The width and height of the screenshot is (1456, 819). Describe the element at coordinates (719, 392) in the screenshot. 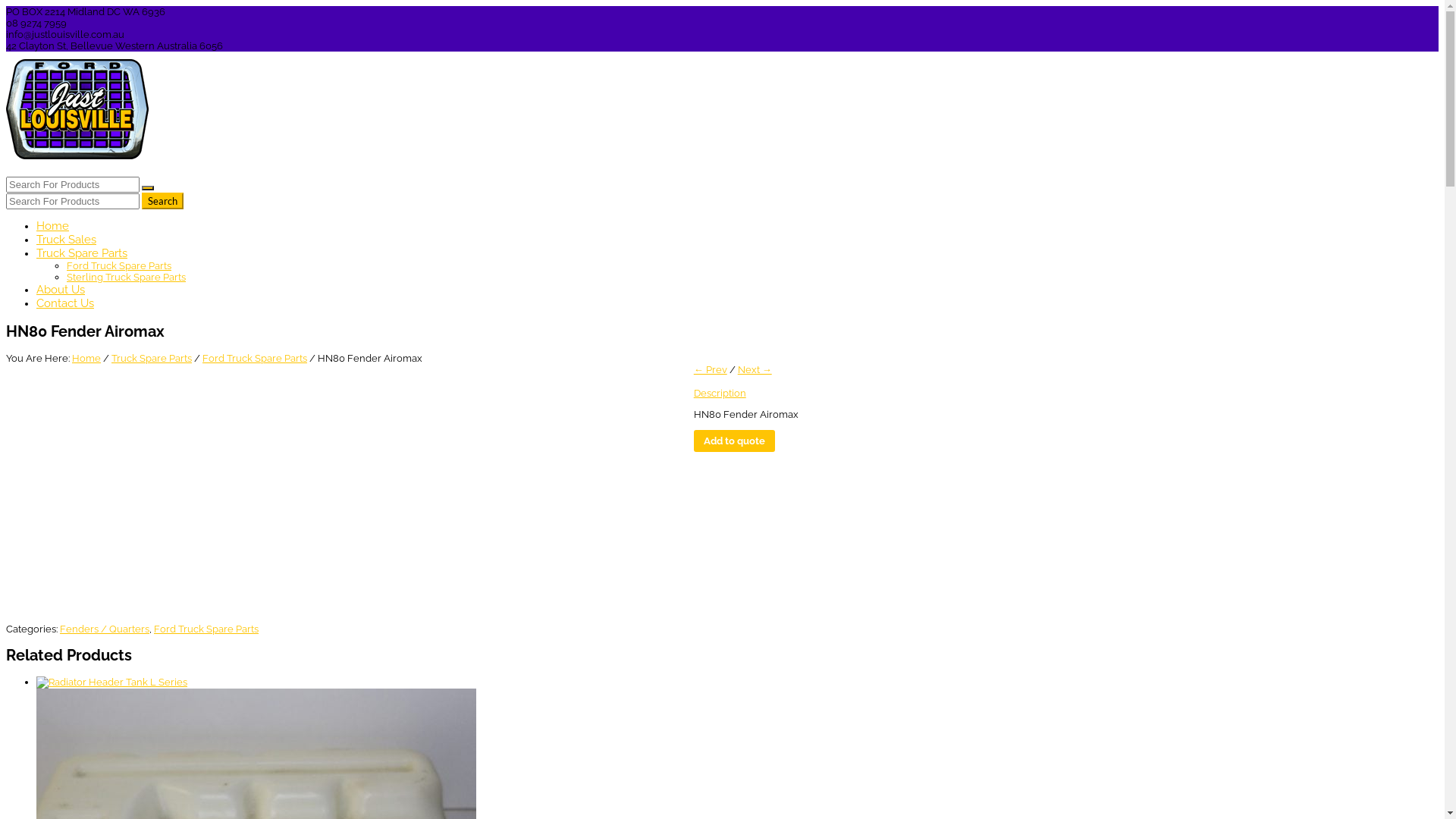

I see `'Description'` at that location.